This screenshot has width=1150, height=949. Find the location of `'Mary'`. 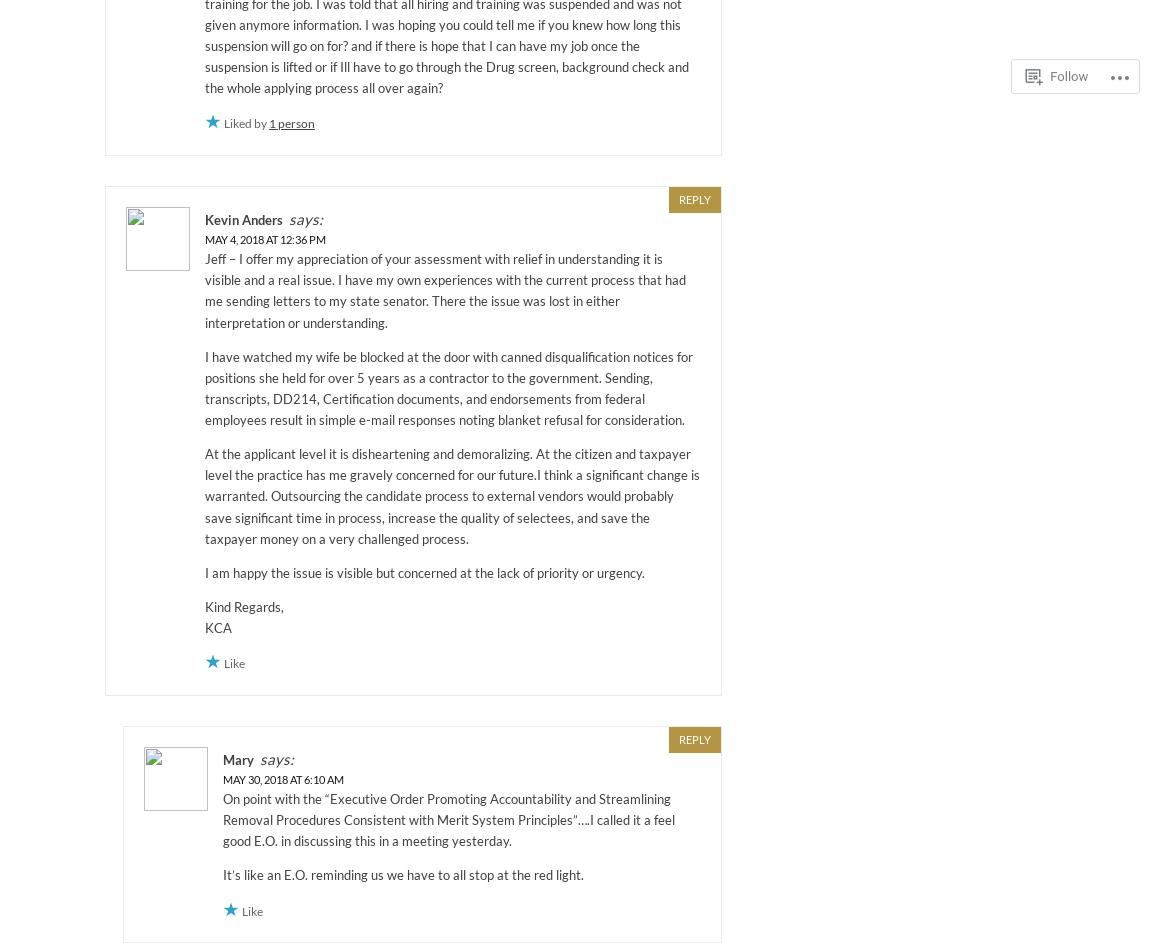

'Mary' is located at coordinates (237, 759).